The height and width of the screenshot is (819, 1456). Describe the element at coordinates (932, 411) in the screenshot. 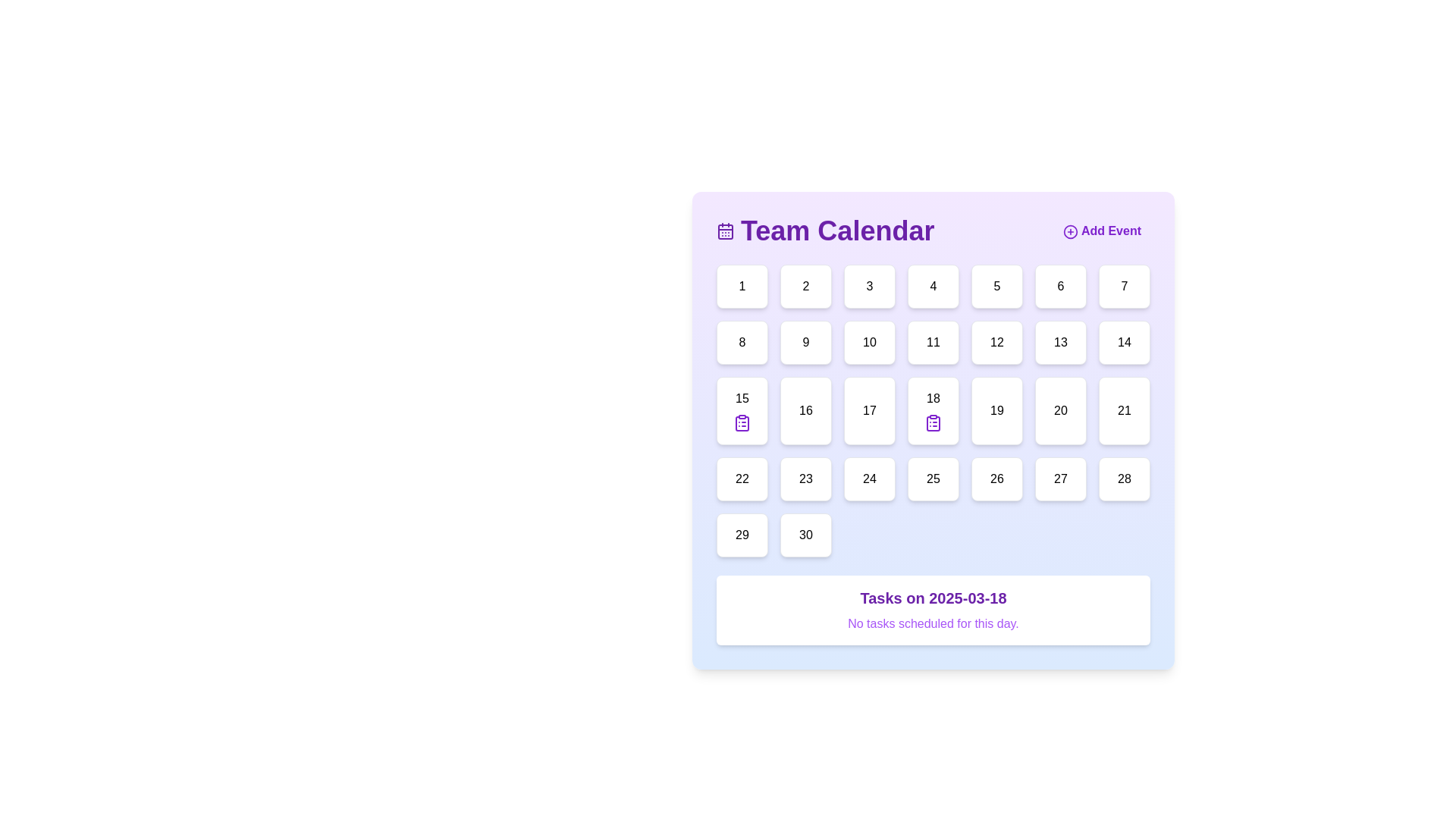

I see `the clipboard icon located inside the calendar cell labeled '18' in the third row and fourth column of the calendar grid` at that location.